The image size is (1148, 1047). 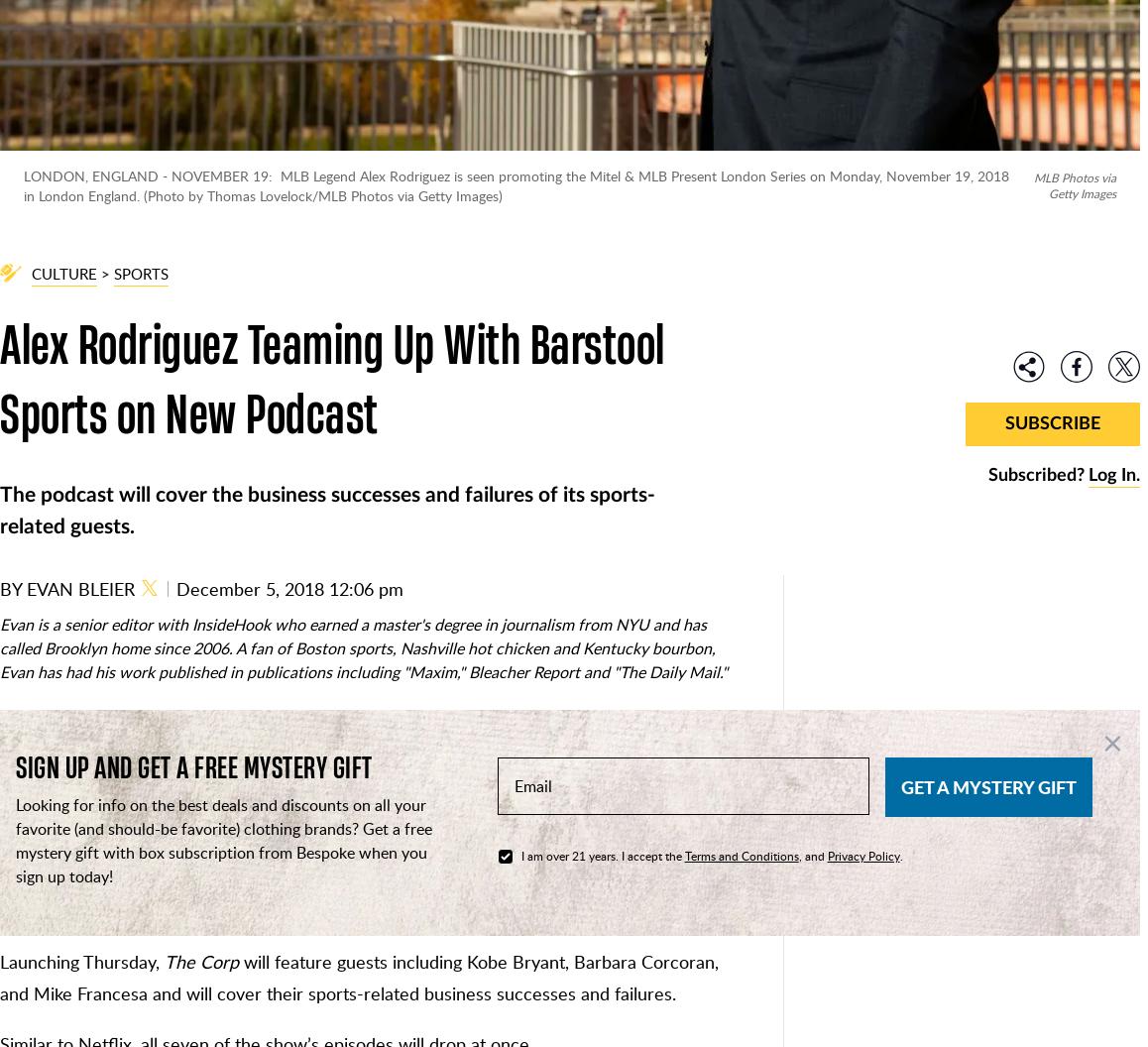 What do you see at coordinates (515, 184) in the screenshot?
I see `'LONDON, ENGLAND - NOVEMBER 19:  MLB Legend Alex Rodriguez is seen promoting the Mitel & MLB Present London Series on Monday, November 19, 2018 in London England. (Photo by Thomas Lovelock/MLB Photos via Getty Images)'` at bounding box center [515, 184].